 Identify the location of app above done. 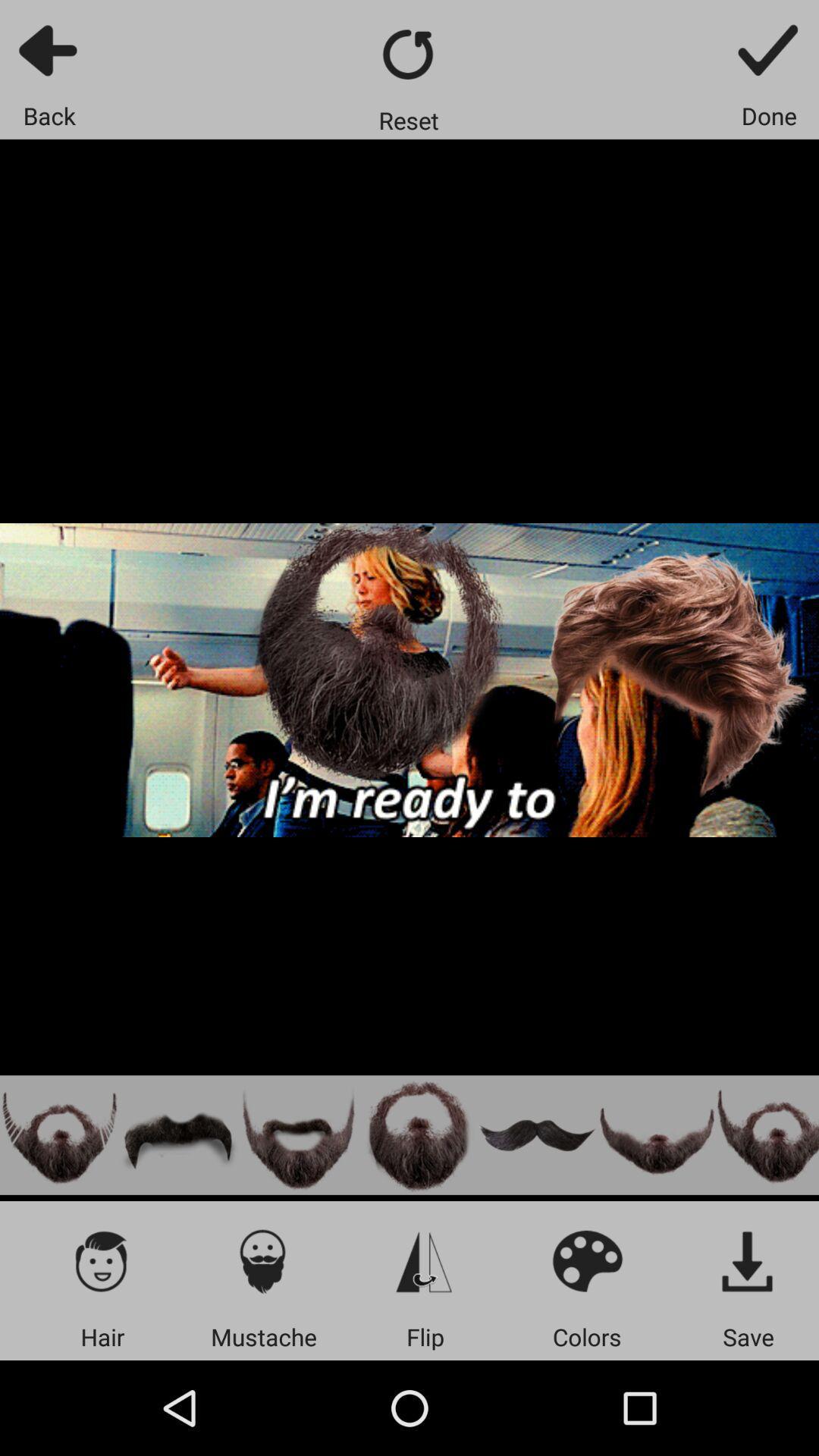
(769, 49).